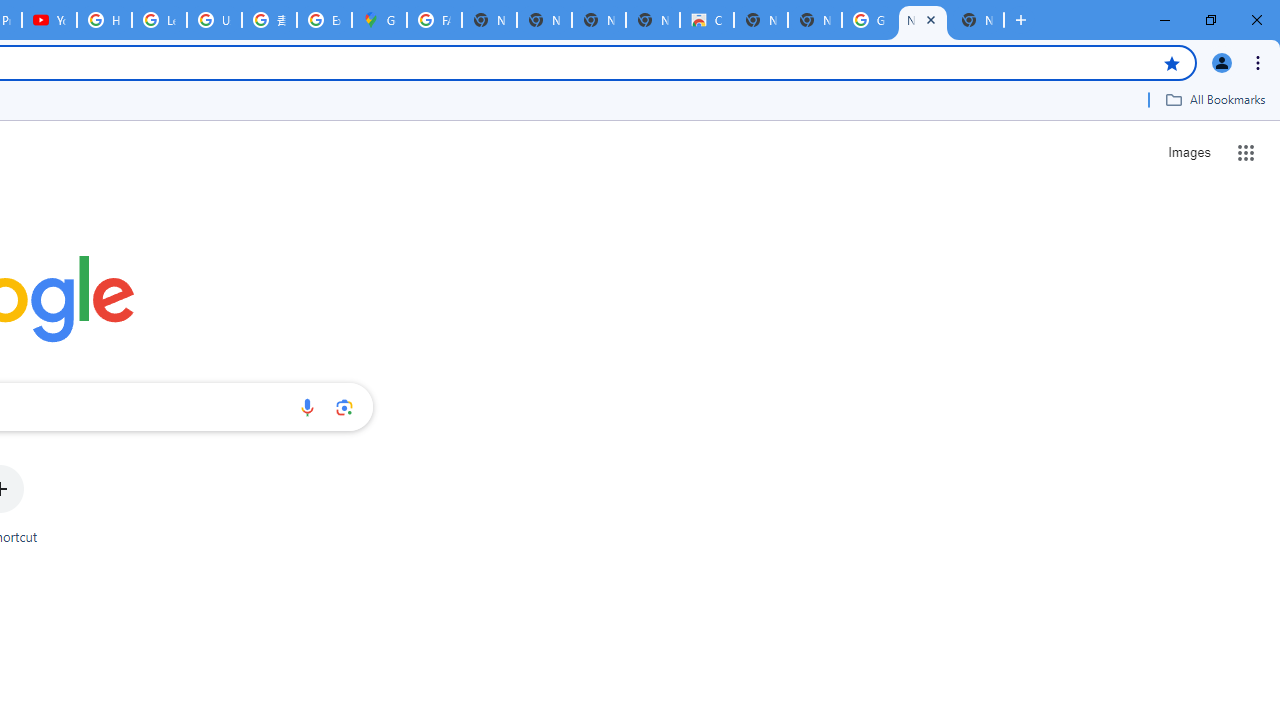 The width and height of the screenshot is (1280, 720). I want to click on 'Chrome Web Store', so click(706, 20).